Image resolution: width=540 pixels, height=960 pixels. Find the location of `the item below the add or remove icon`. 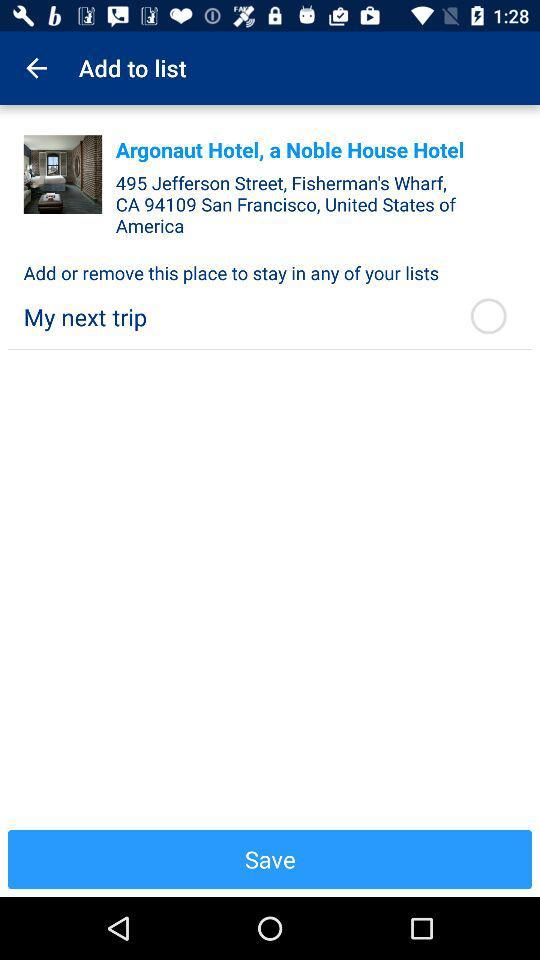

the item below the add or remove icon is located at coordinates (233, 317).